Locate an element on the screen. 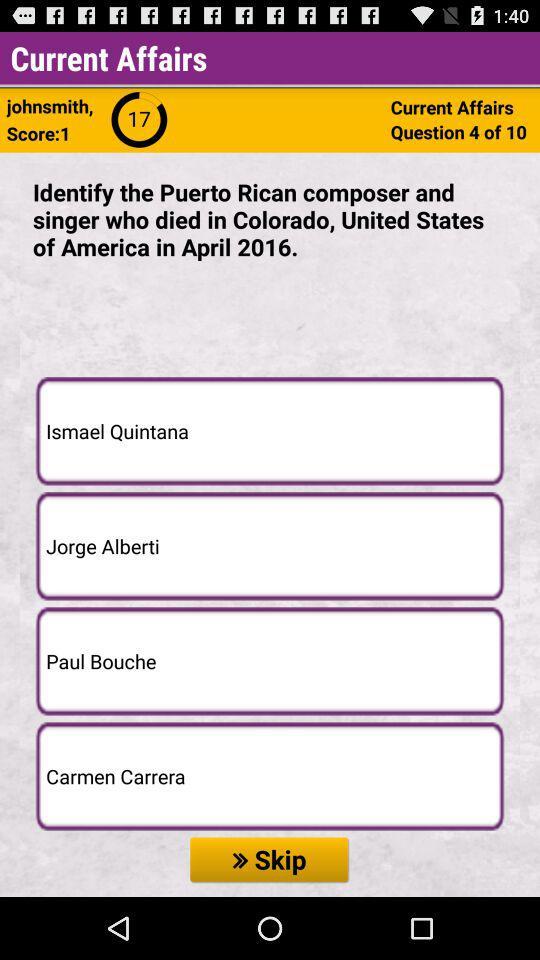 Image resolution: width=540 pixels, height=960 pixels. the first option is located at coordinates (270, 431).